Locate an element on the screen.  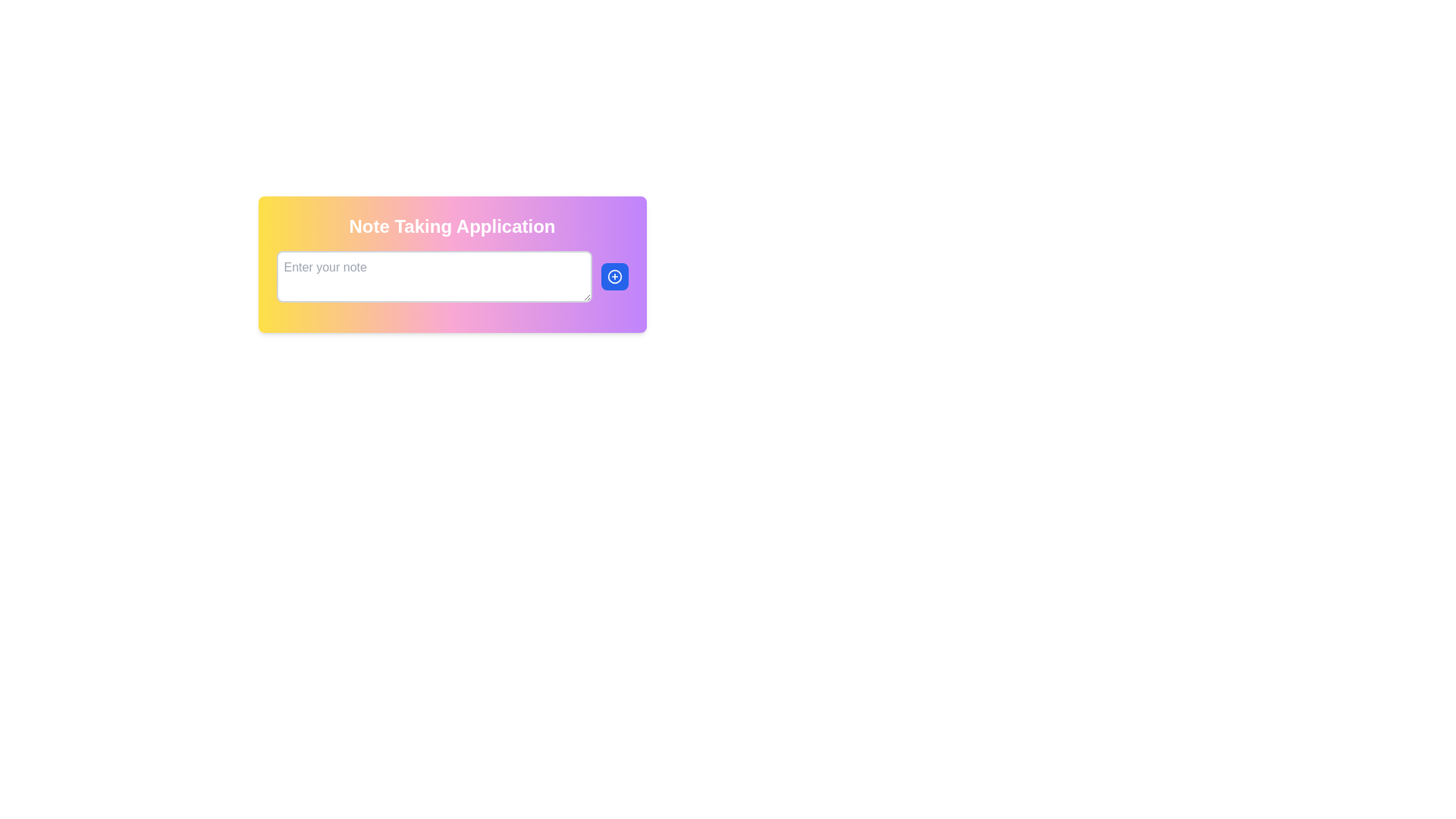
the circular outline of the '+' icon located inside the small blue button at the bottom-right corner of the colorful card interface is located at coordinates (614, 277).